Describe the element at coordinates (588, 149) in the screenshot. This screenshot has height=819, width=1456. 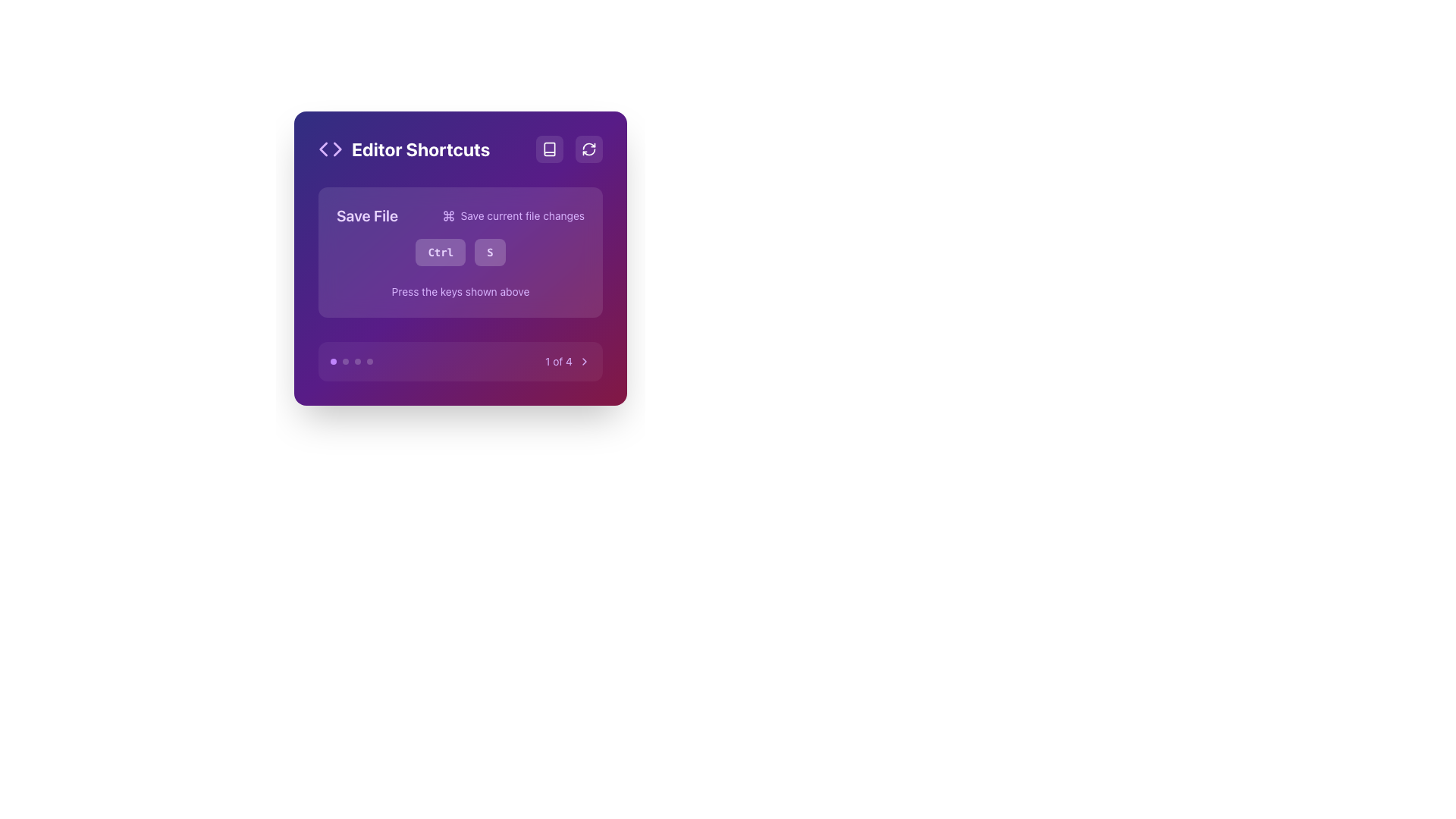
I see `the refresh button located in the top-right corner of the panel to reload the content` at that location.